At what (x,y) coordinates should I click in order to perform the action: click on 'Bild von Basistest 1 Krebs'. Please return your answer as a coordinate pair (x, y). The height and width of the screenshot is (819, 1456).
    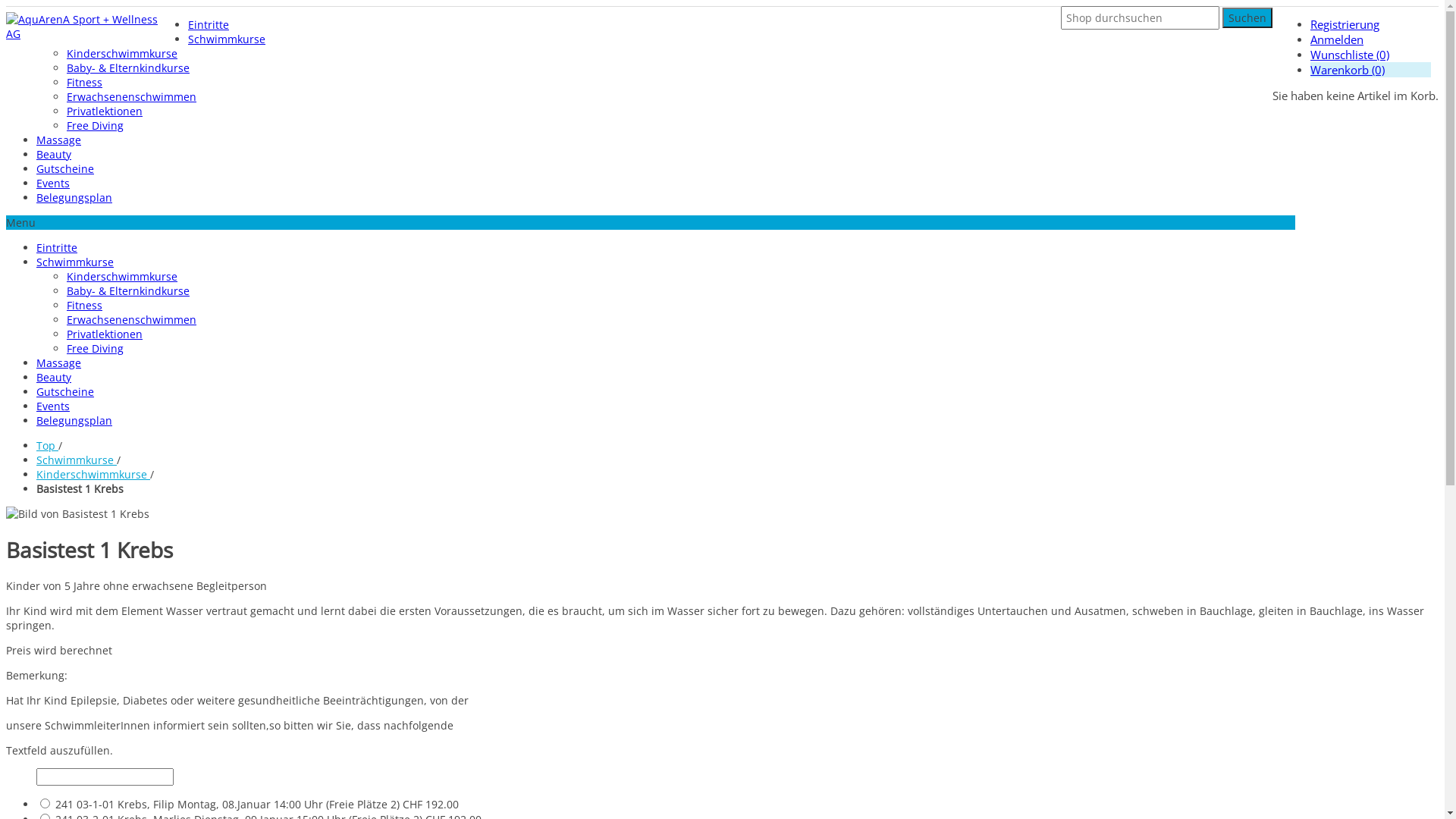
    Looking at the image, I should click on (6, 513).